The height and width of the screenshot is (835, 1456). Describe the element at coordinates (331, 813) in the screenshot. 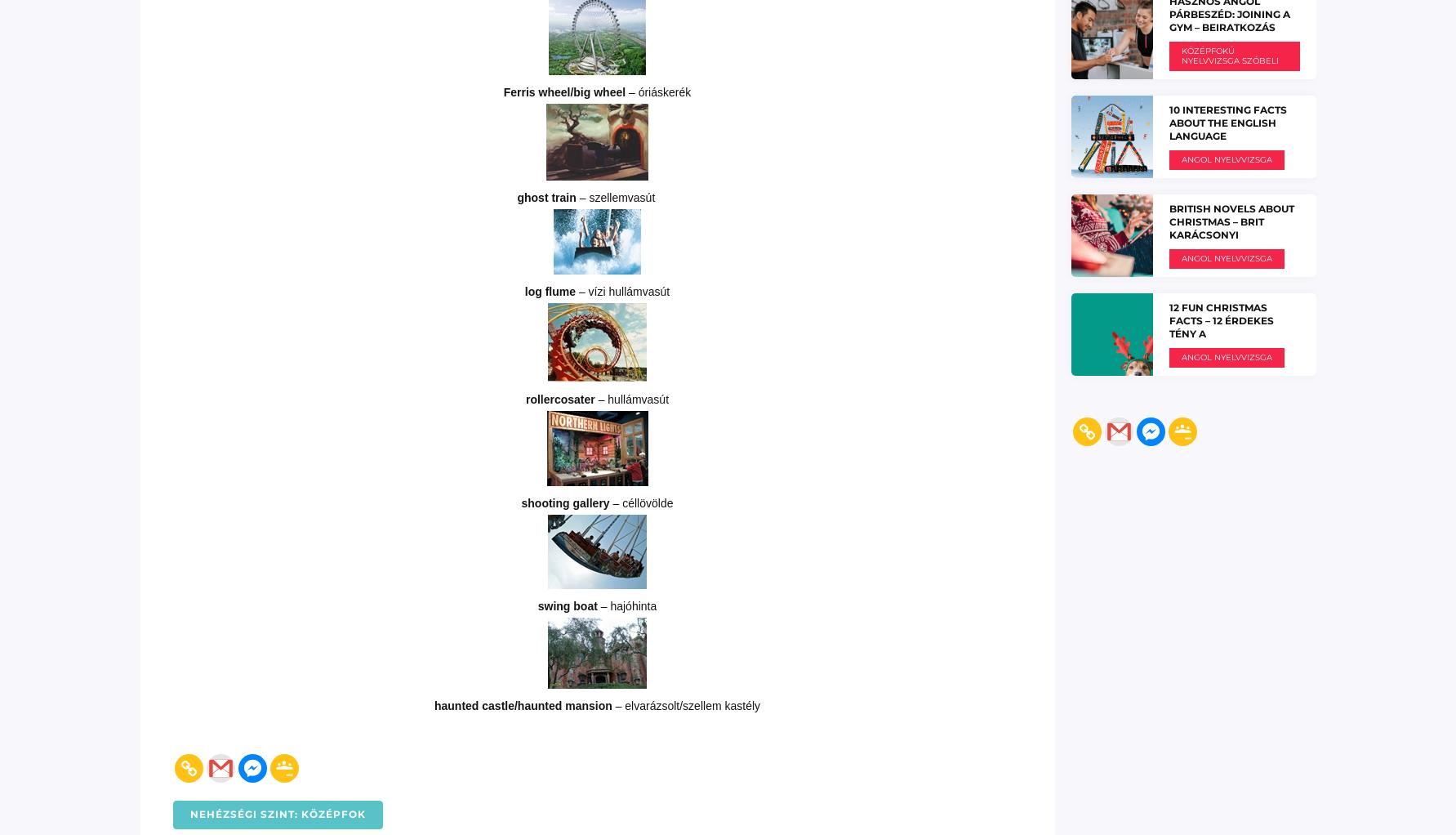

I see `'középfok'` at that location.